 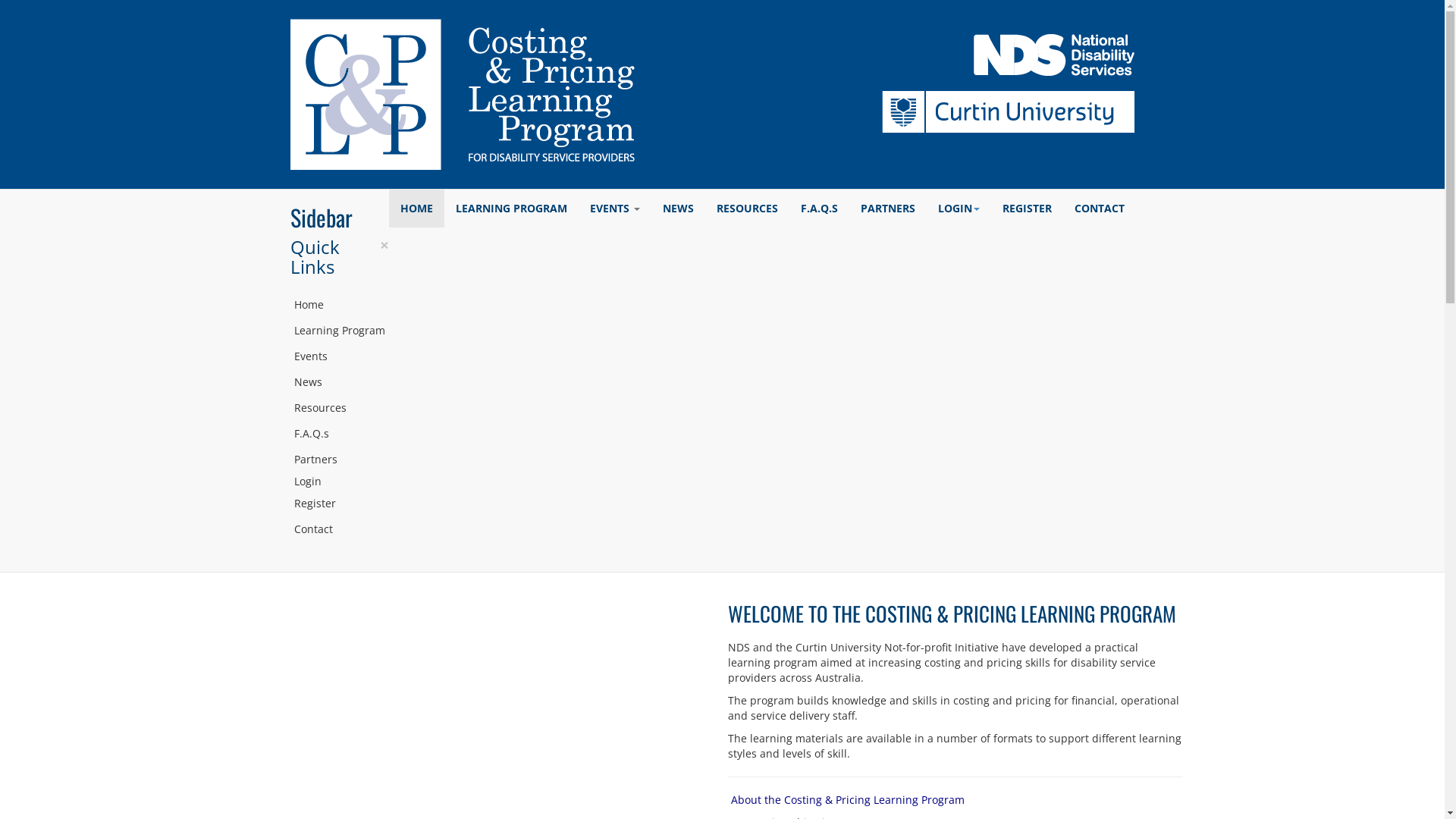 I want to click on 'HOME', so click(x=388, y=208).